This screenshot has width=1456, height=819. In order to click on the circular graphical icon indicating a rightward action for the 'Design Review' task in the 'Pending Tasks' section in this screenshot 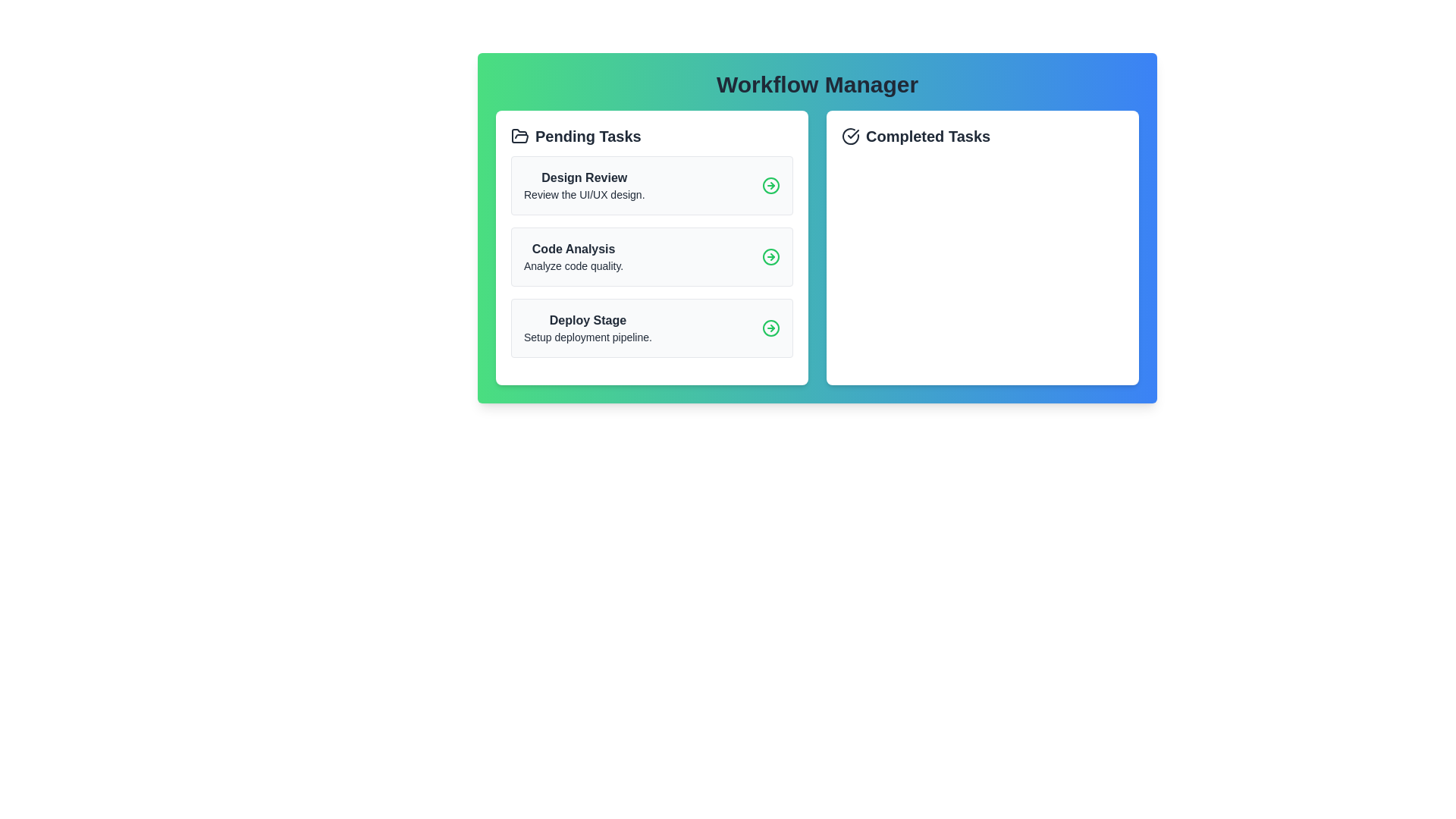, I will do `click(771, 185)`.